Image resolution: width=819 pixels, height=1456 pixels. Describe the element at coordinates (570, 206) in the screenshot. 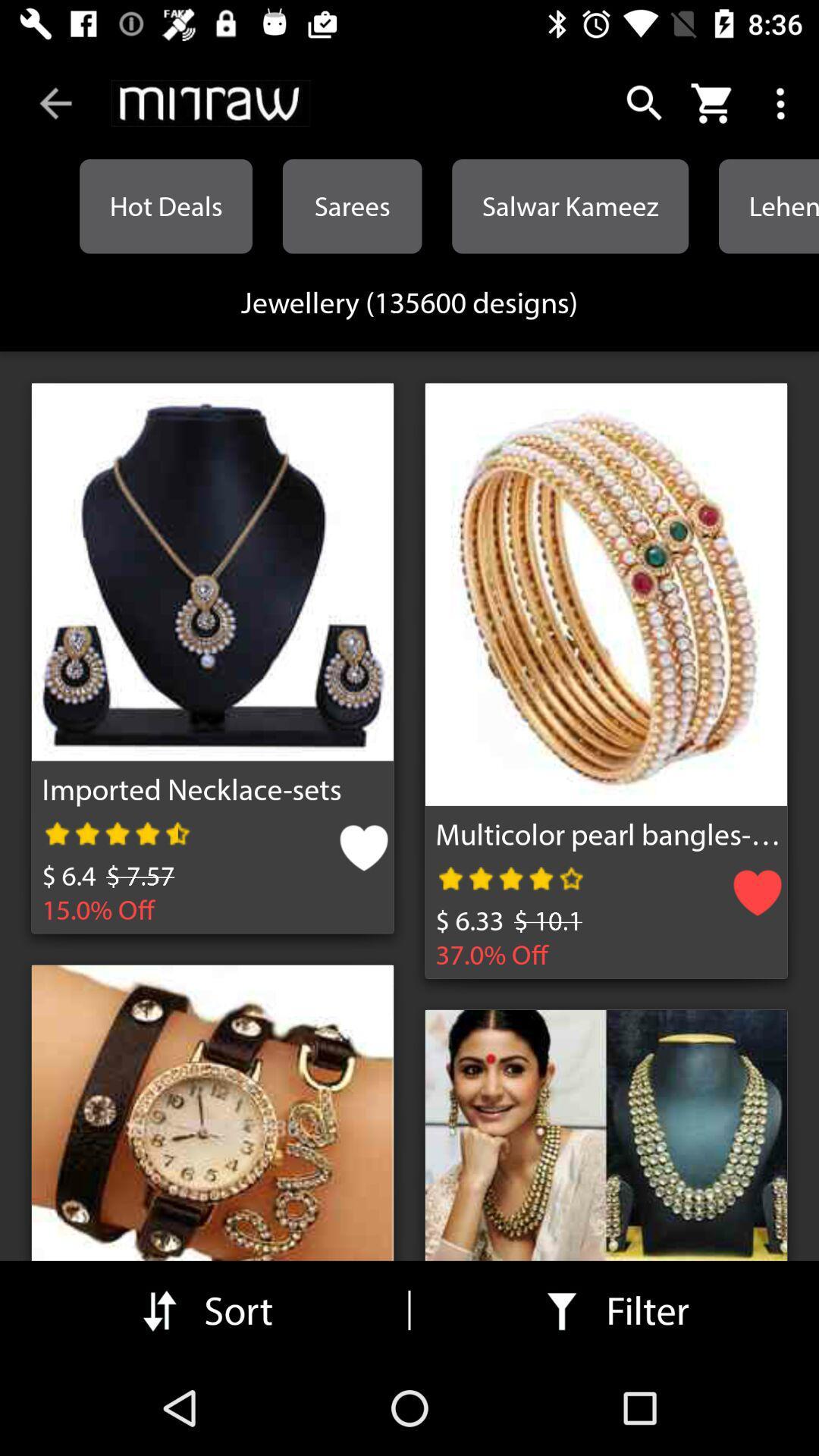

I see `the option salwar kameez` at that location.